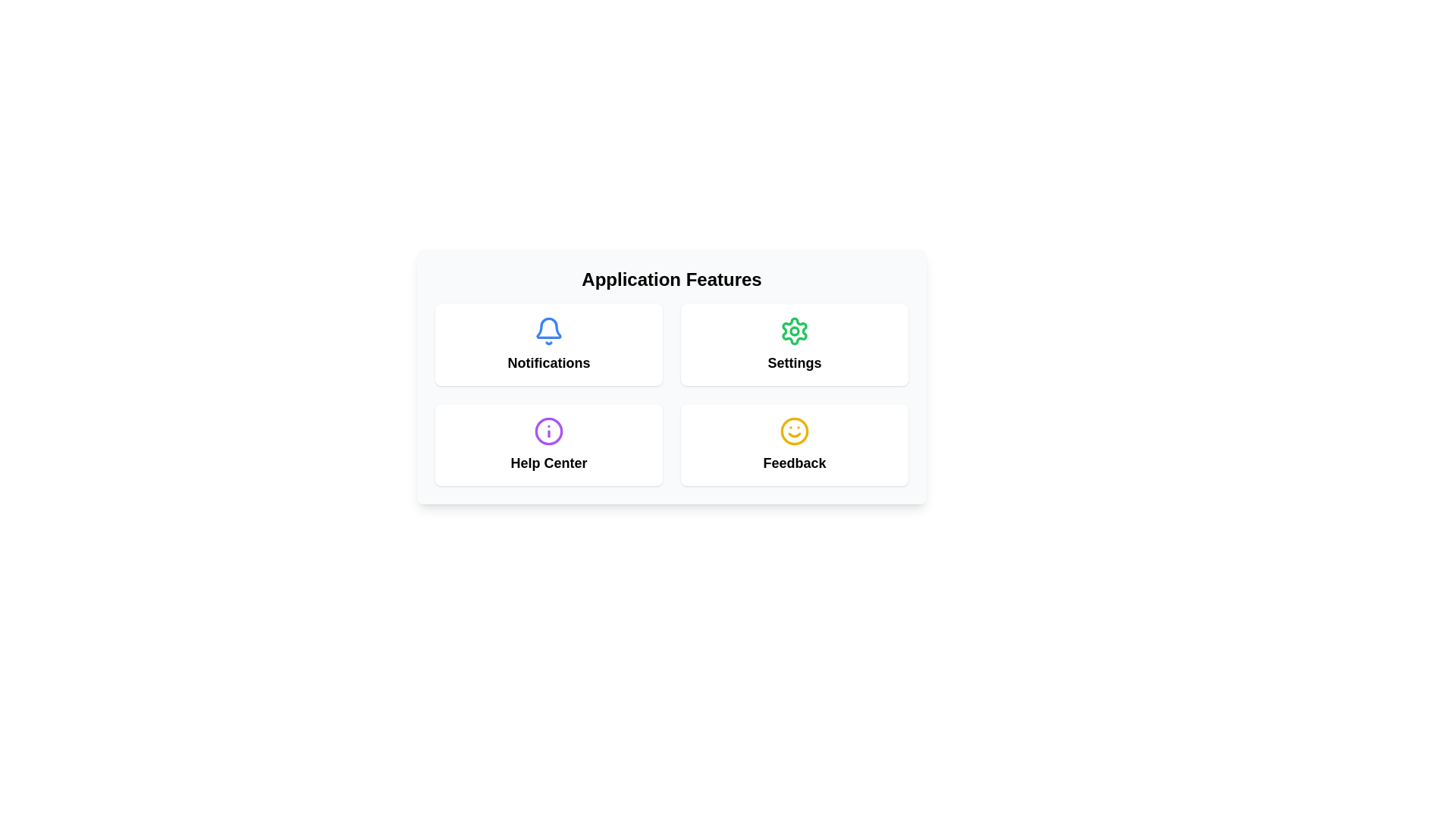 This screenshot has width=1456, height=819. Describe the element at coordinates (548, 330) in the screenshot. I see `the blue outlined bell-shaped icon that represents notifications, located above the text 'Notifications' in the top-left section of the grid under 'Application Features'` at that location.